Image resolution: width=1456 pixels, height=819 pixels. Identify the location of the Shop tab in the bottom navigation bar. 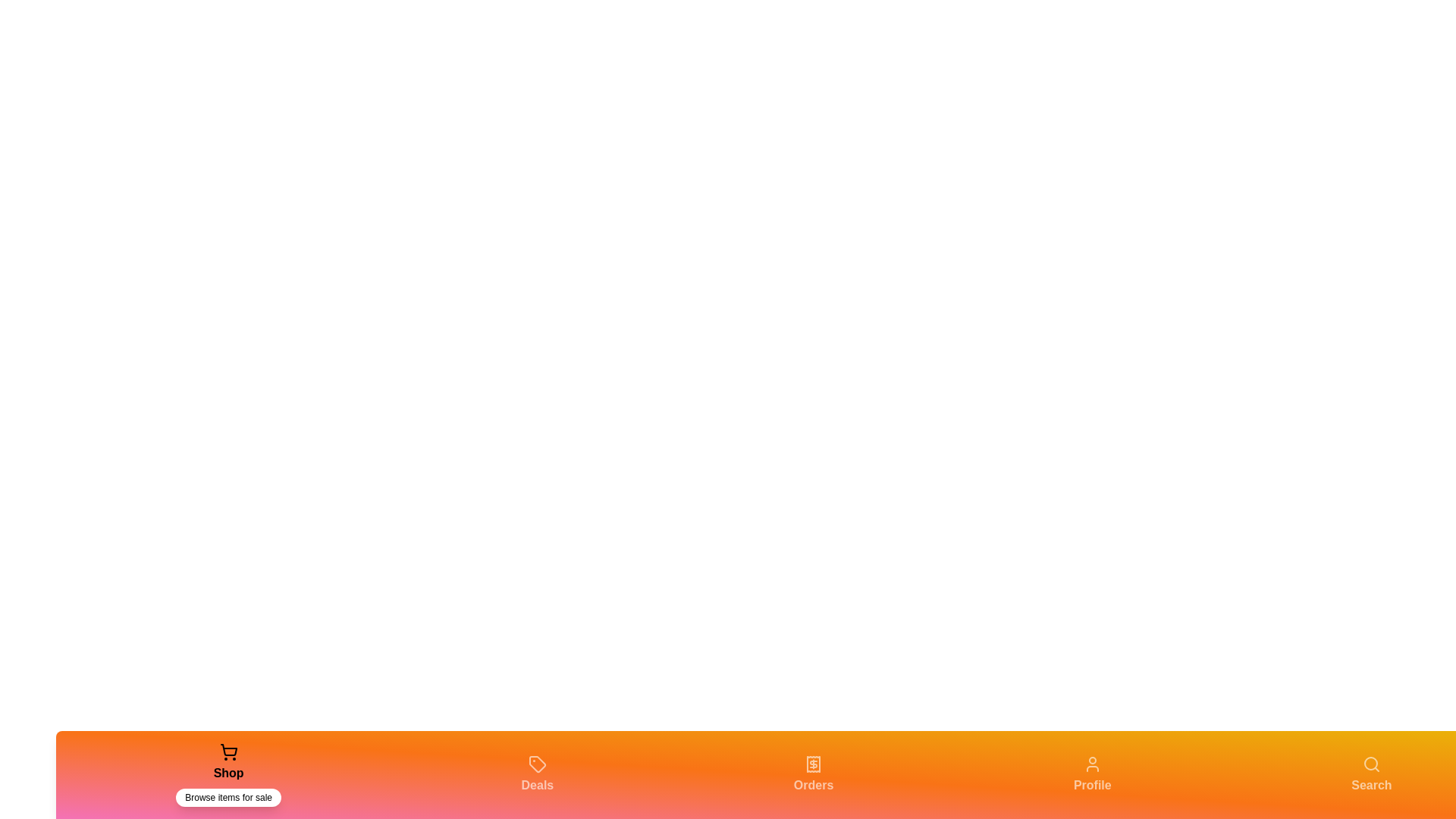
(227, 775).